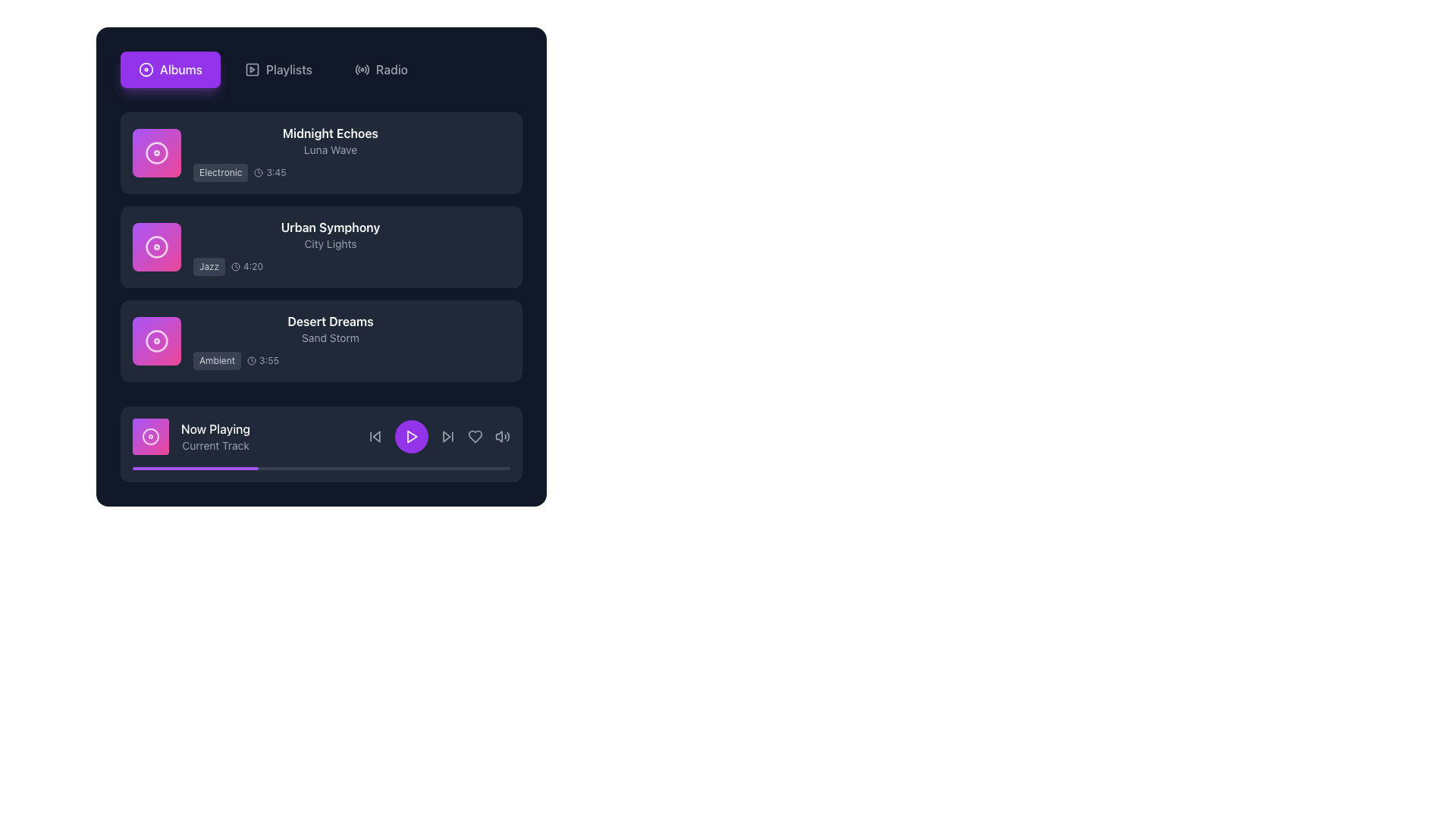 The image size is (1456, 819). I want to click on the circular icon with a white stroke and slight opacity, located in the second item of the vertical list of music tracks for 'Urban Symphony' by 'City Lights', so click(156, 246).